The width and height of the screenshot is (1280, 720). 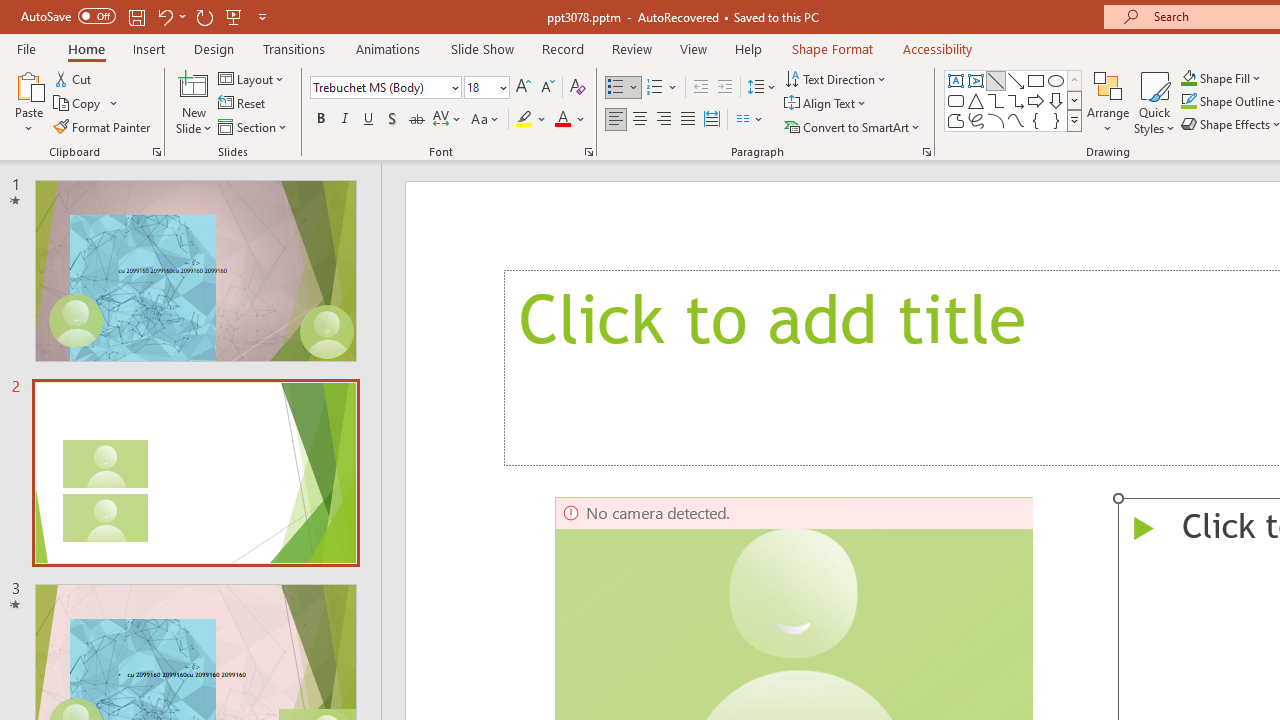 I want to click on 'Line', so click(x=995, y=80).